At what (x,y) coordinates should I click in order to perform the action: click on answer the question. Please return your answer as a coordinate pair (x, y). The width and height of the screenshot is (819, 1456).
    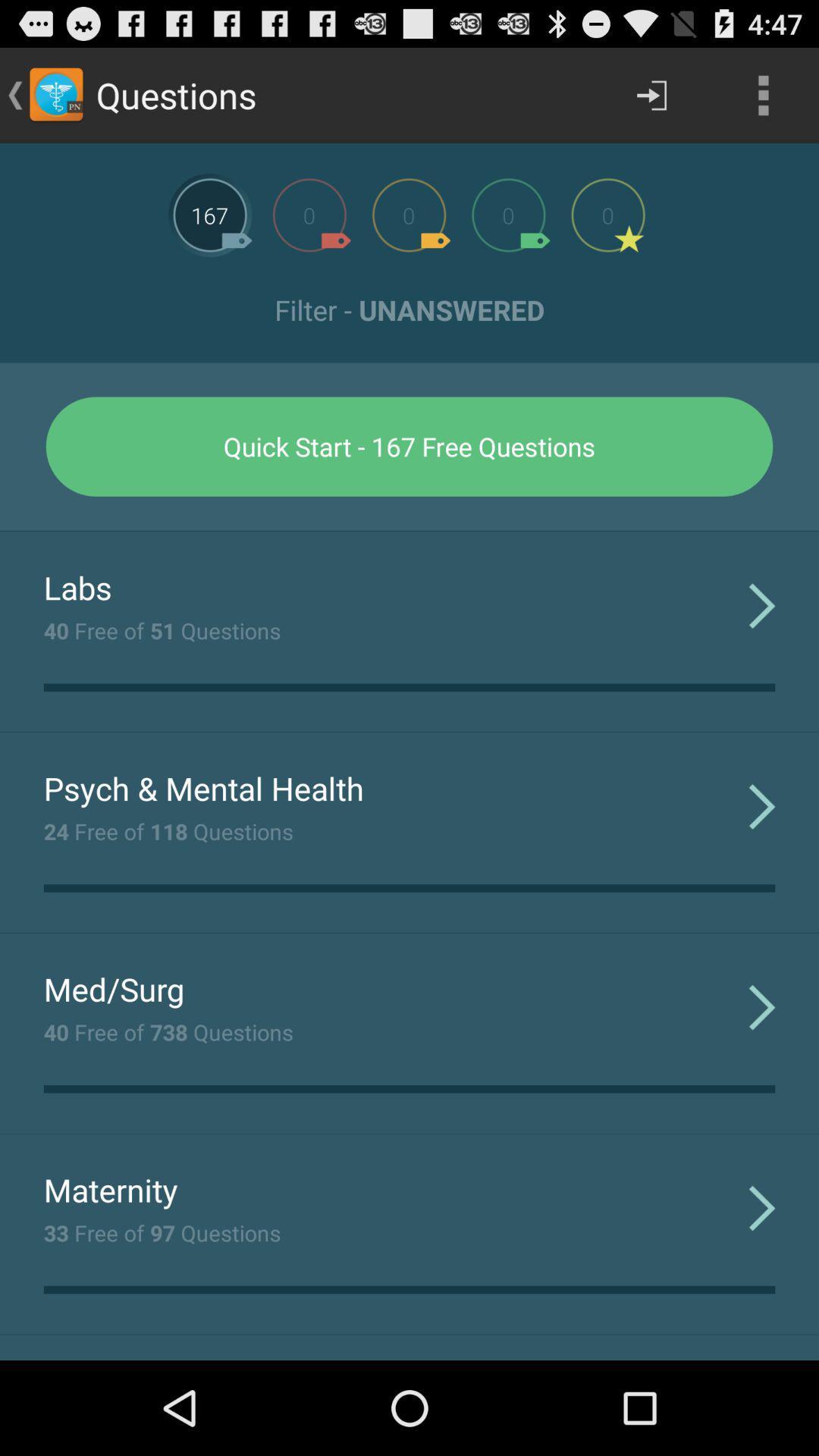
    Looking at the image, I should click on (309, 214).